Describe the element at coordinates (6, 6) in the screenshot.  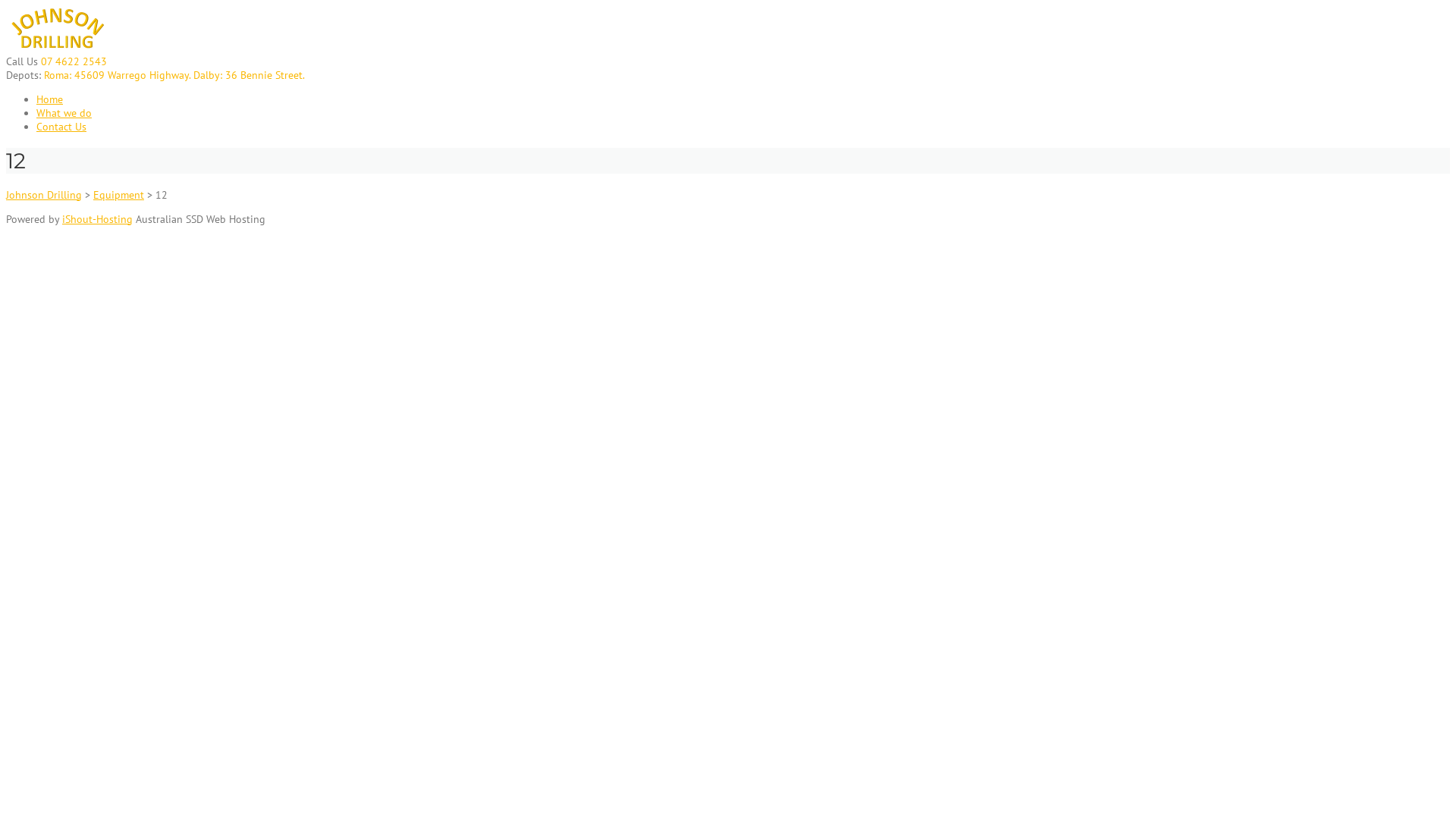
I see `'Skip to content'` at that location.